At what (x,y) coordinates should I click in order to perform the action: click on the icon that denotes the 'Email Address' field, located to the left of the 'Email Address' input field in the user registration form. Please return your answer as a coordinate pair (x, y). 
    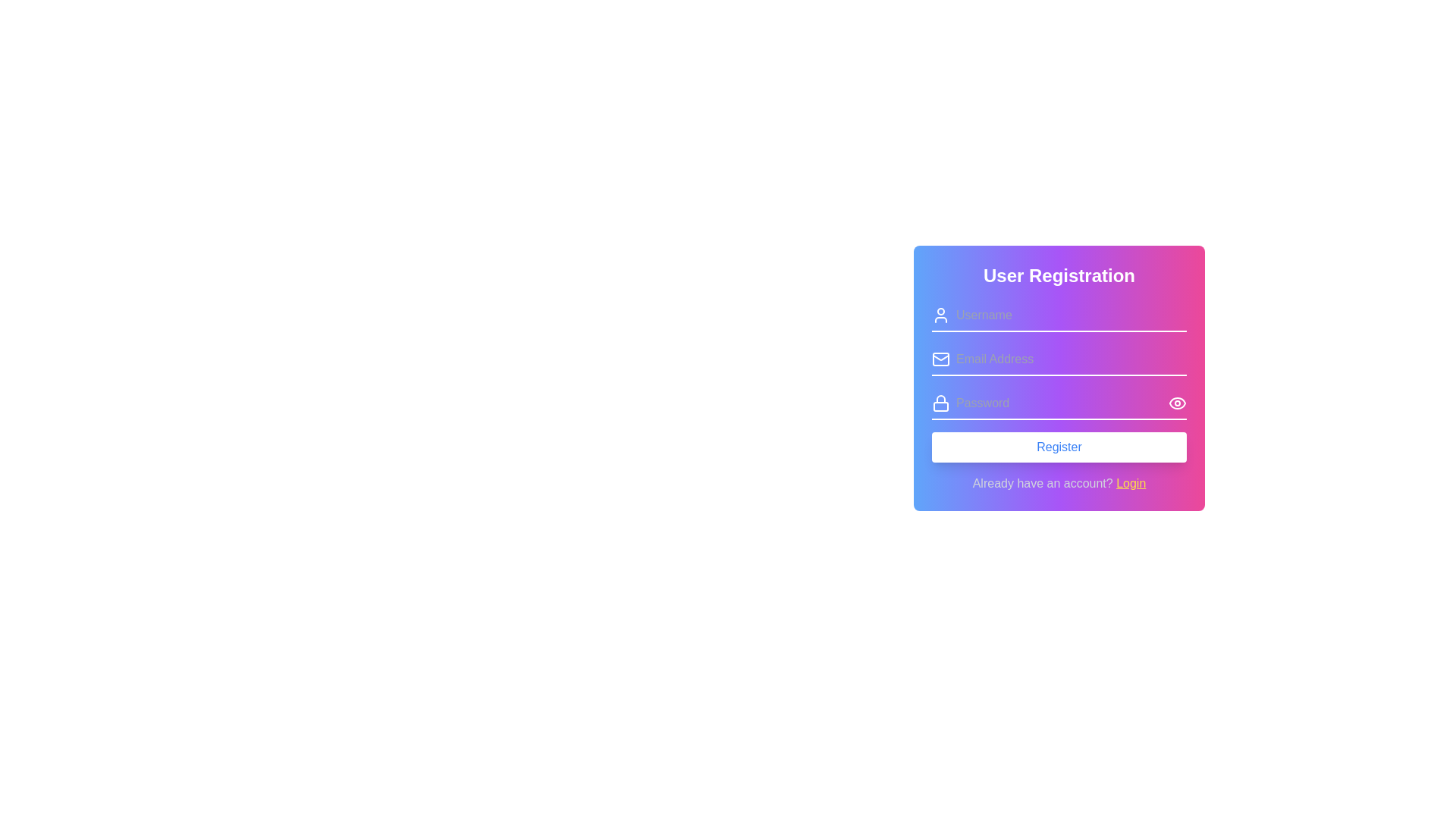
    Looking at the image, I should click on (940, 359).